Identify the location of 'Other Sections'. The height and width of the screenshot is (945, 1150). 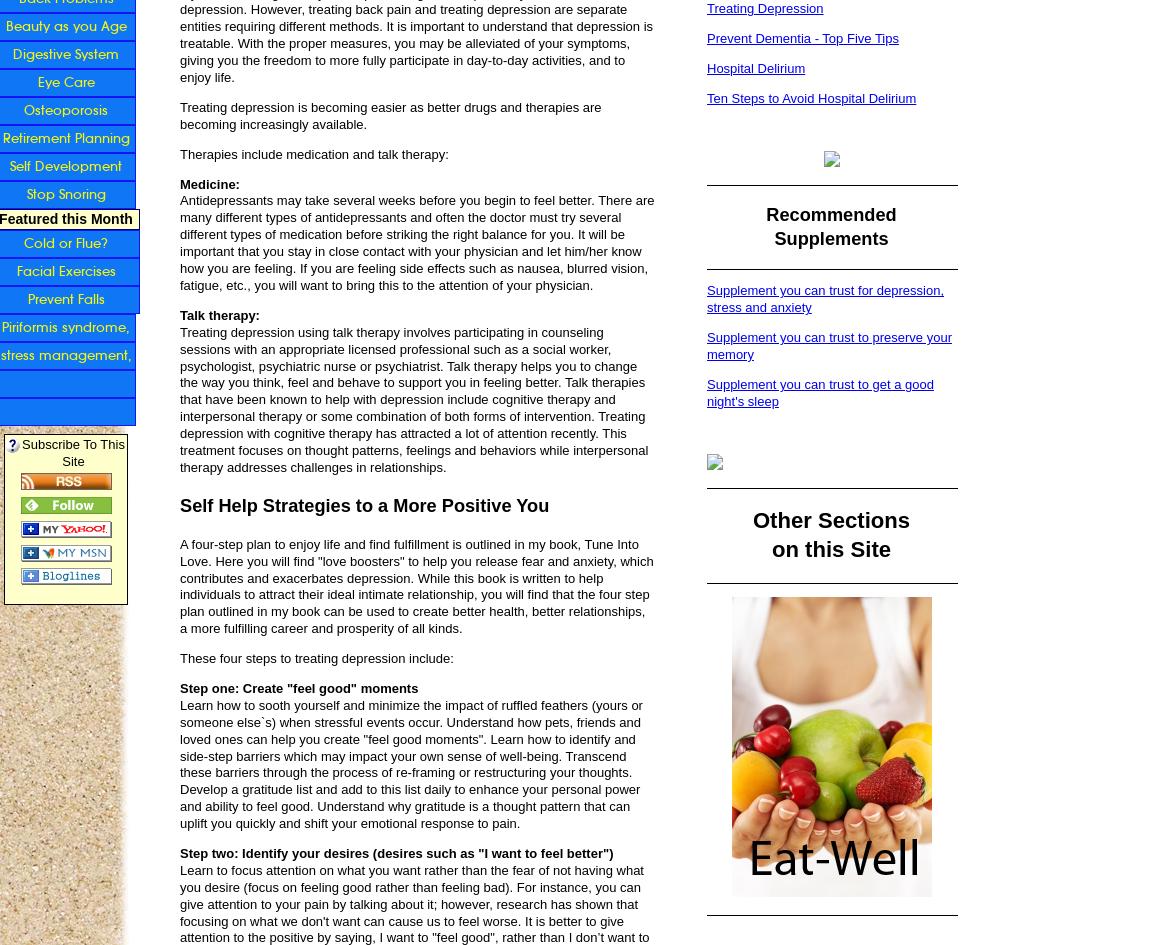
(829, 518).